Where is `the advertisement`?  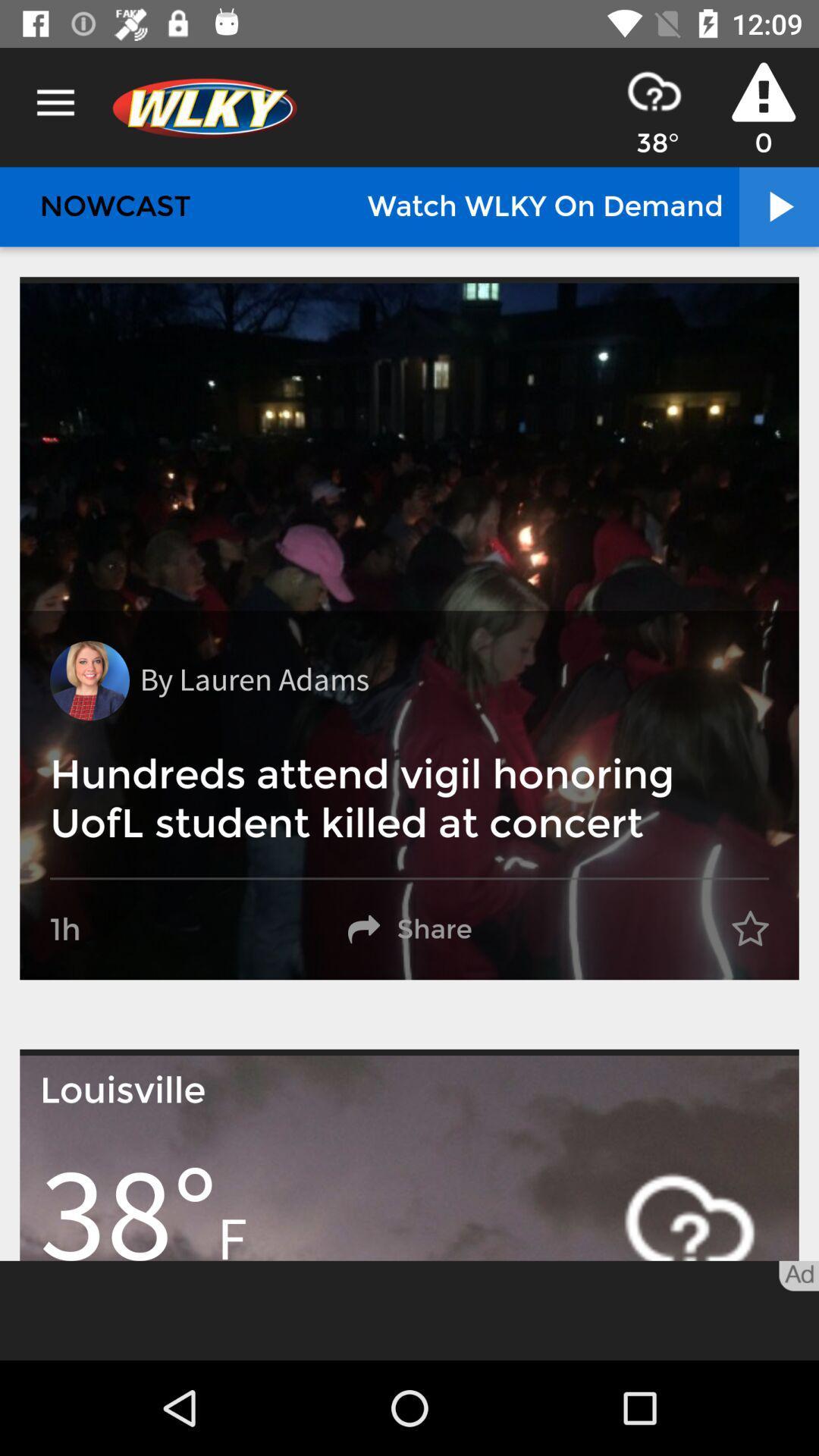
the advertisement is located at coordinates (409, 1310).